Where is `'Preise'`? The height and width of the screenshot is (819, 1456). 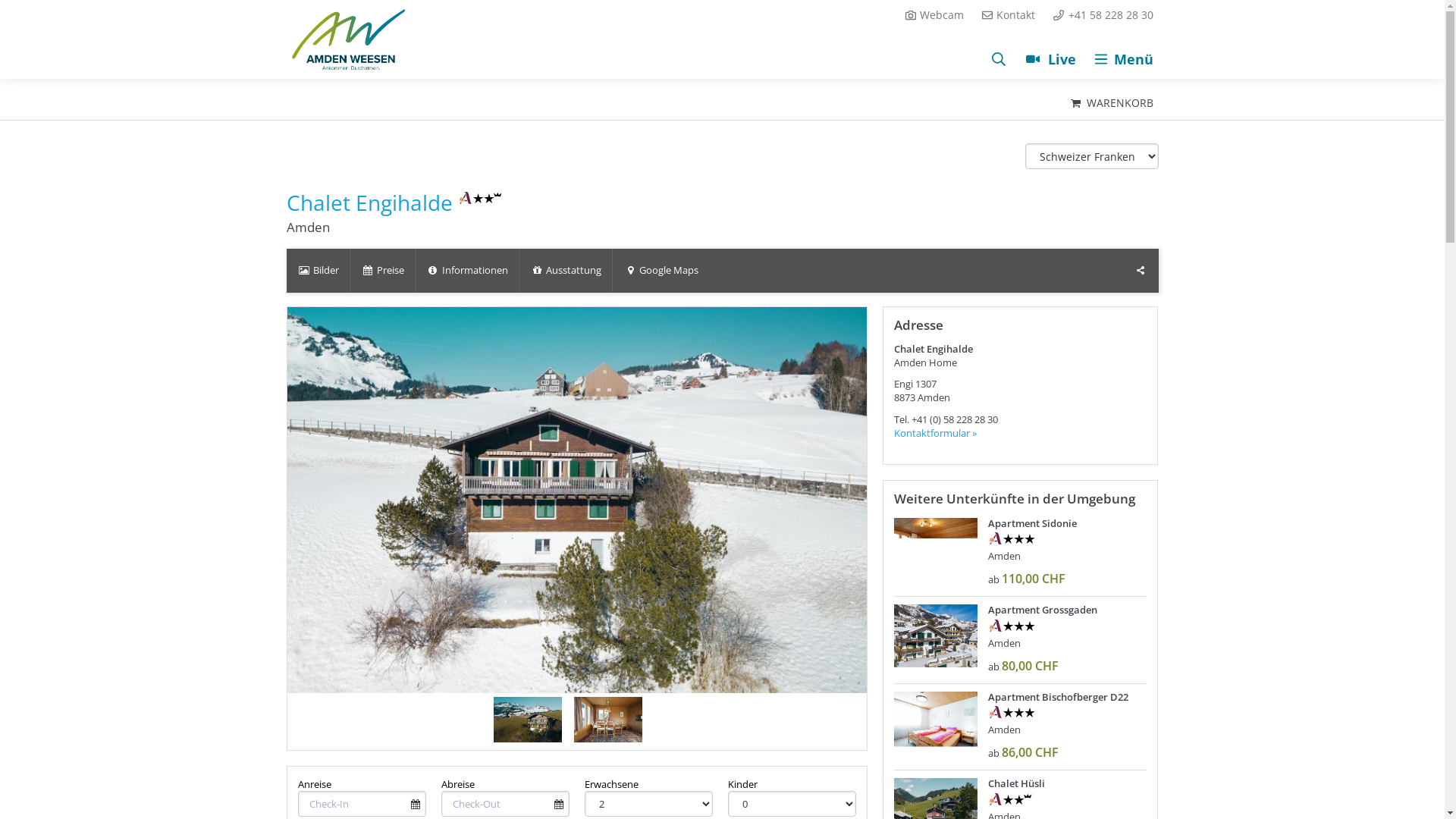
'Preise' is located at coordinates (382, 270).